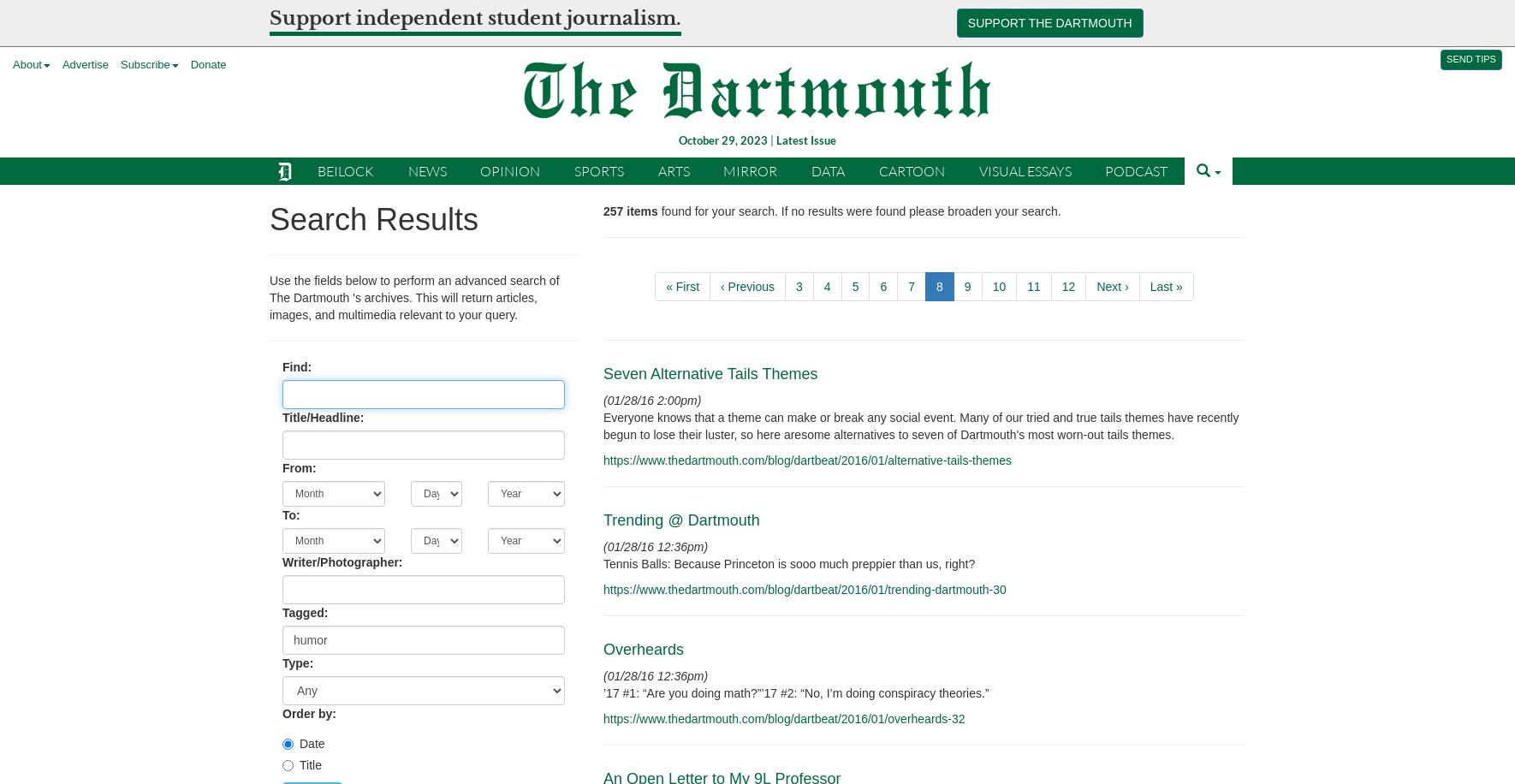 This screenshot has width=1515, height=784. I want to click on 'Advertise', so click(61, 63).